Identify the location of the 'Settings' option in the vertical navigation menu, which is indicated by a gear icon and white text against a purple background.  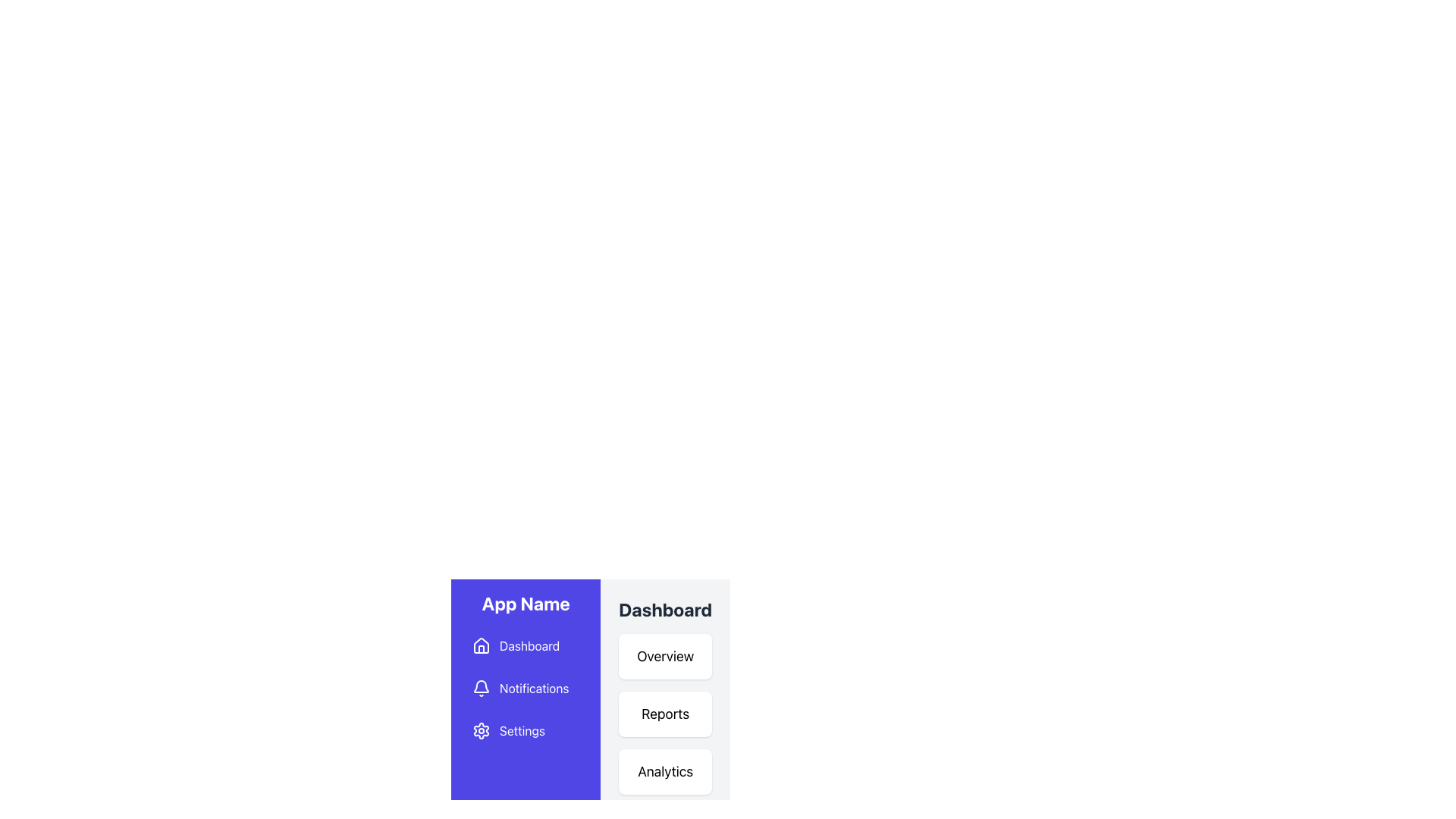
(526, 730).